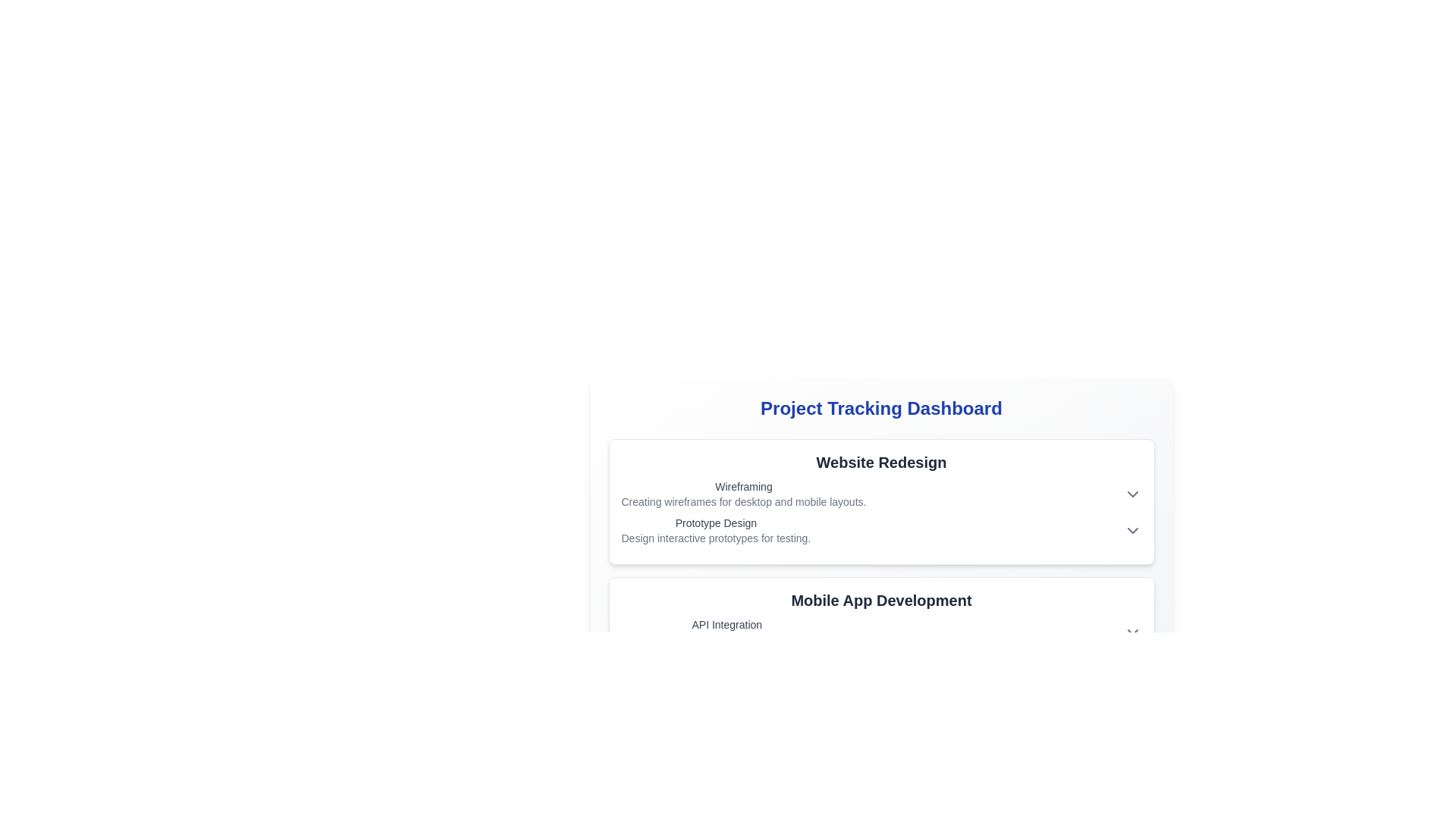 This screenshot has height=819, width=1456. I want to click on the text label that serves as a title or heading for the content, positioned centrally above the sibling text label reading 'Design interactive prototypes for testing.', so click(715, 522).